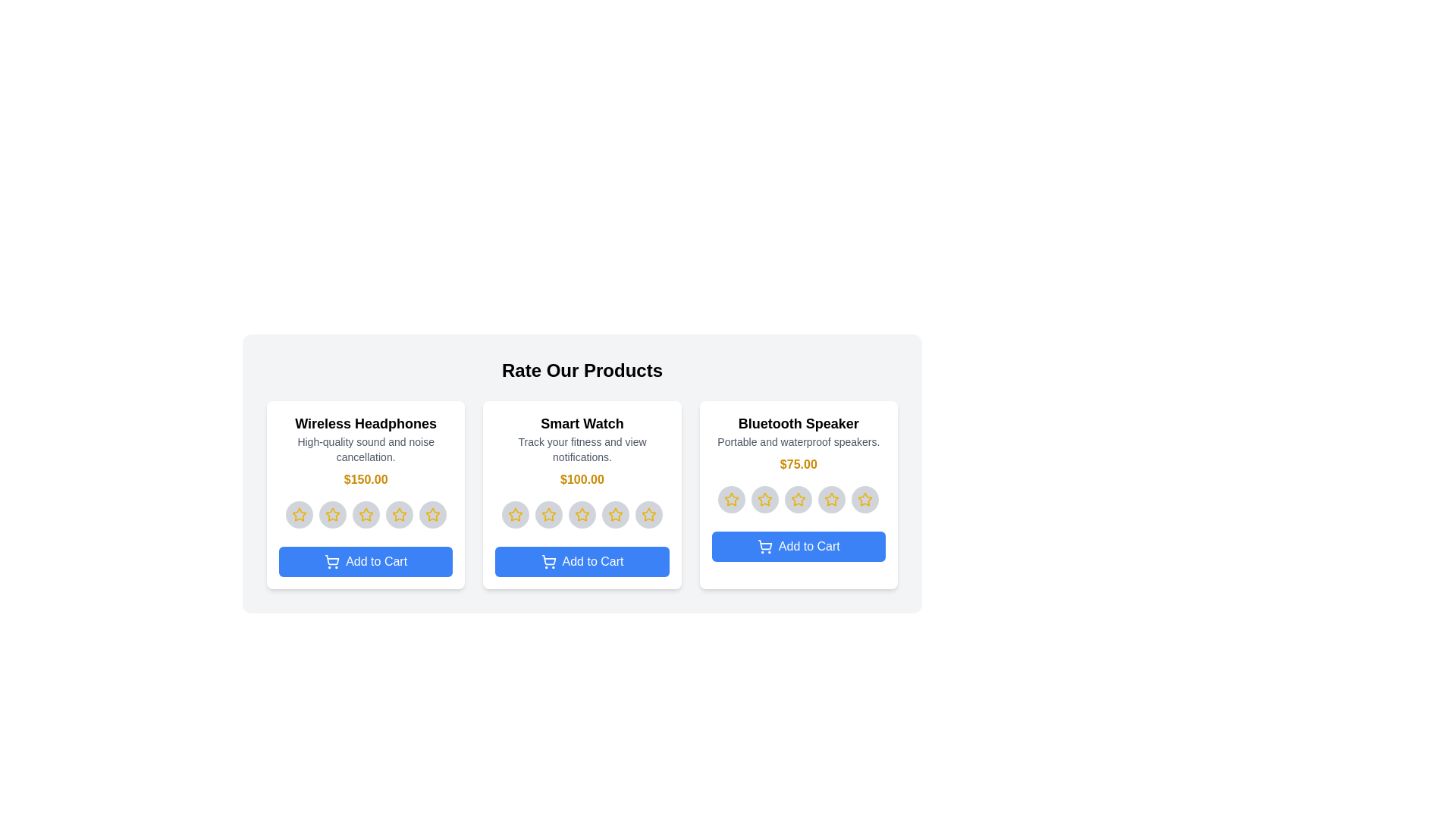 The height and width of the screenshot is (819, 1456). I want to click on the star corresponding to 1 for the product 'Wireless Headphones', so click(299, 513).